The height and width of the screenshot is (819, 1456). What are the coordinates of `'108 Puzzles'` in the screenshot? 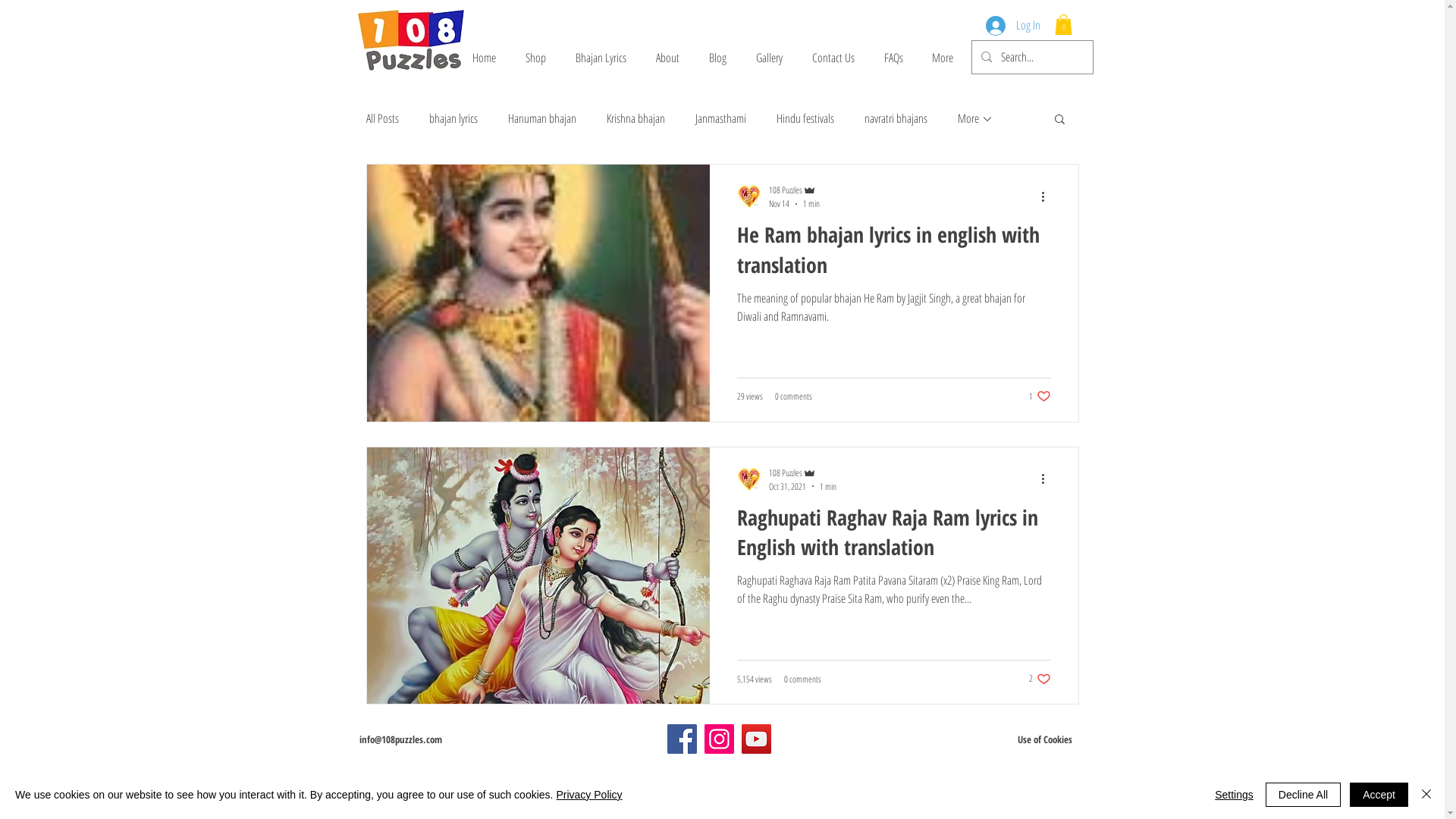 It's located at (793, 189).